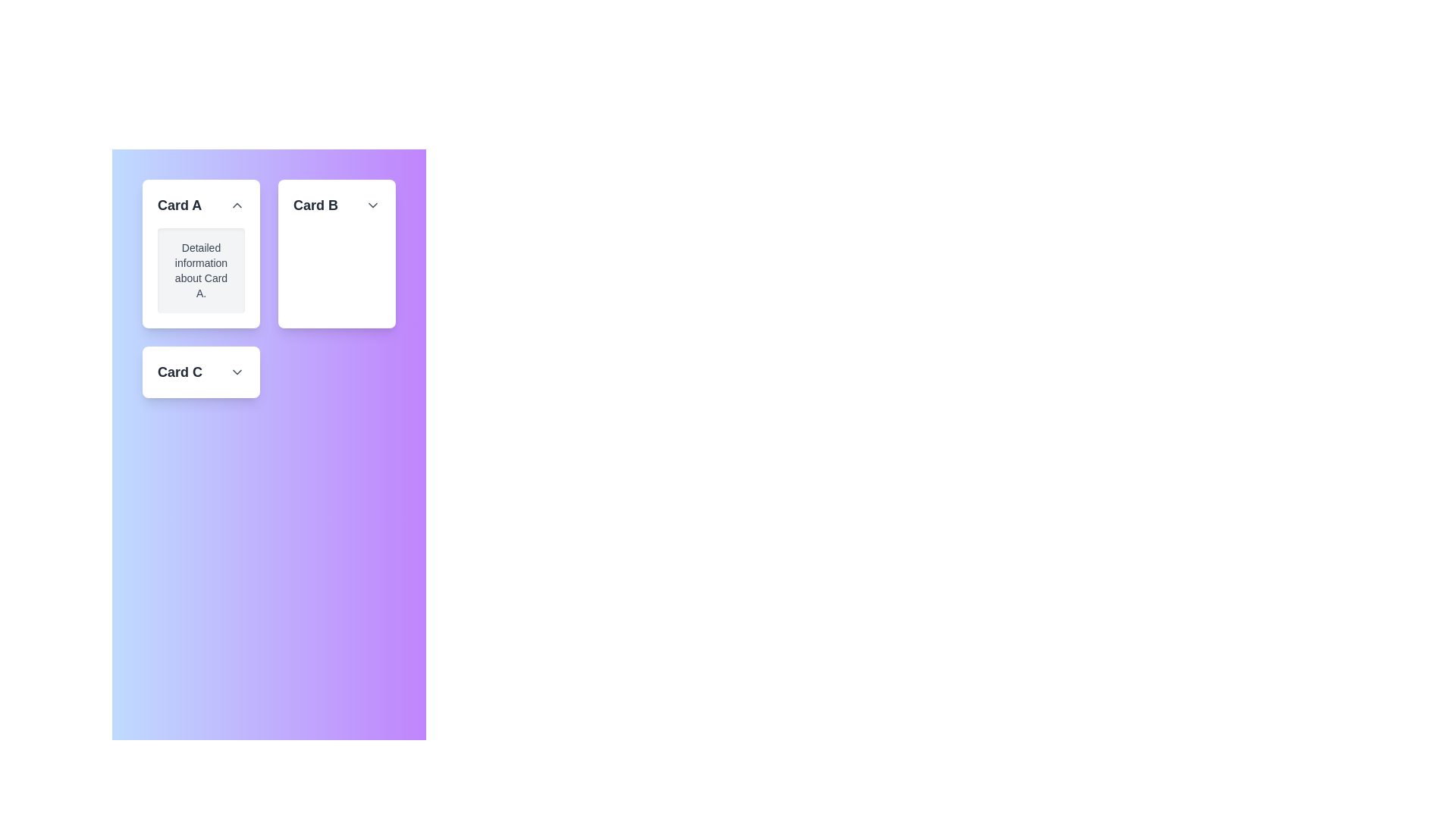 This screenshot has height=819, width=1456. What do you see at coordinates (200, 270) in the screenshot?
I see `text content from the descriptive text box associated with 'Card A', located in the lower section of the card` at bounding box center [200, 270].